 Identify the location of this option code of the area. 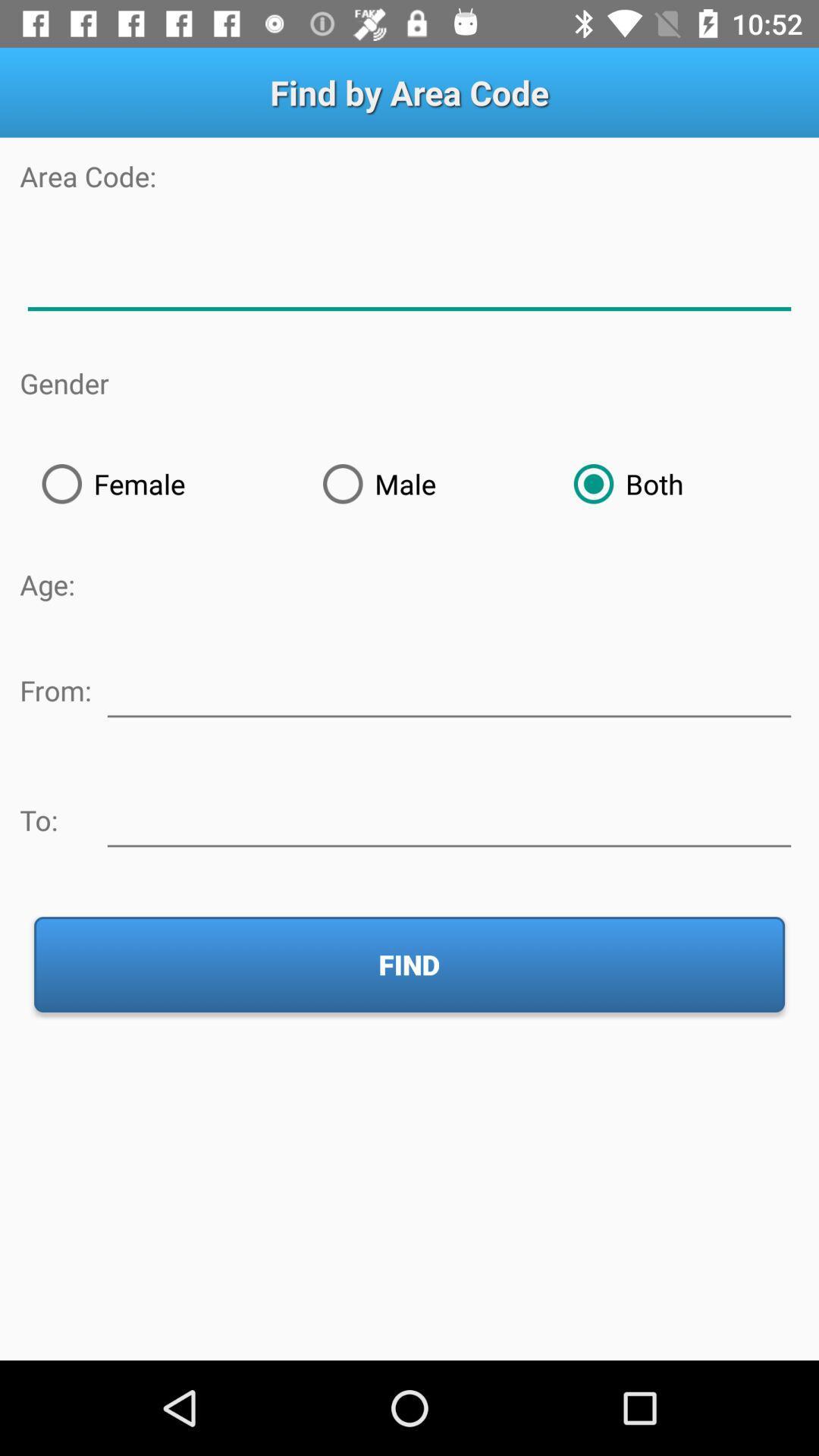
(409, 280).